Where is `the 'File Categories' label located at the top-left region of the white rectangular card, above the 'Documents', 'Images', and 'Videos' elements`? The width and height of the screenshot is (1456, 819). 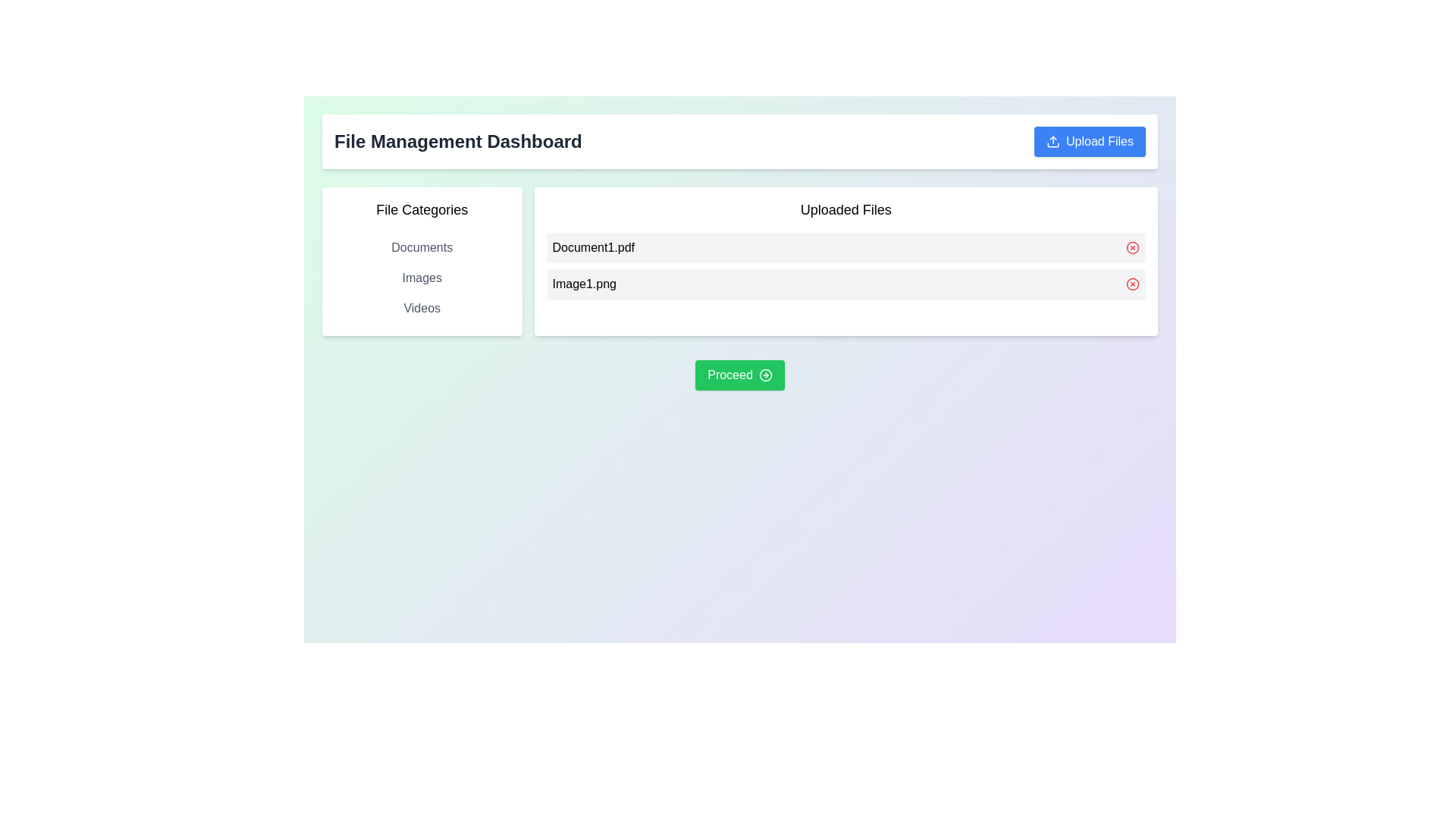 the 'File Categories' label located at the top-left region of the white rectangular card, above the 'Documents', 'Images', and 'Videos' elements is located at coordinates (422, 210).